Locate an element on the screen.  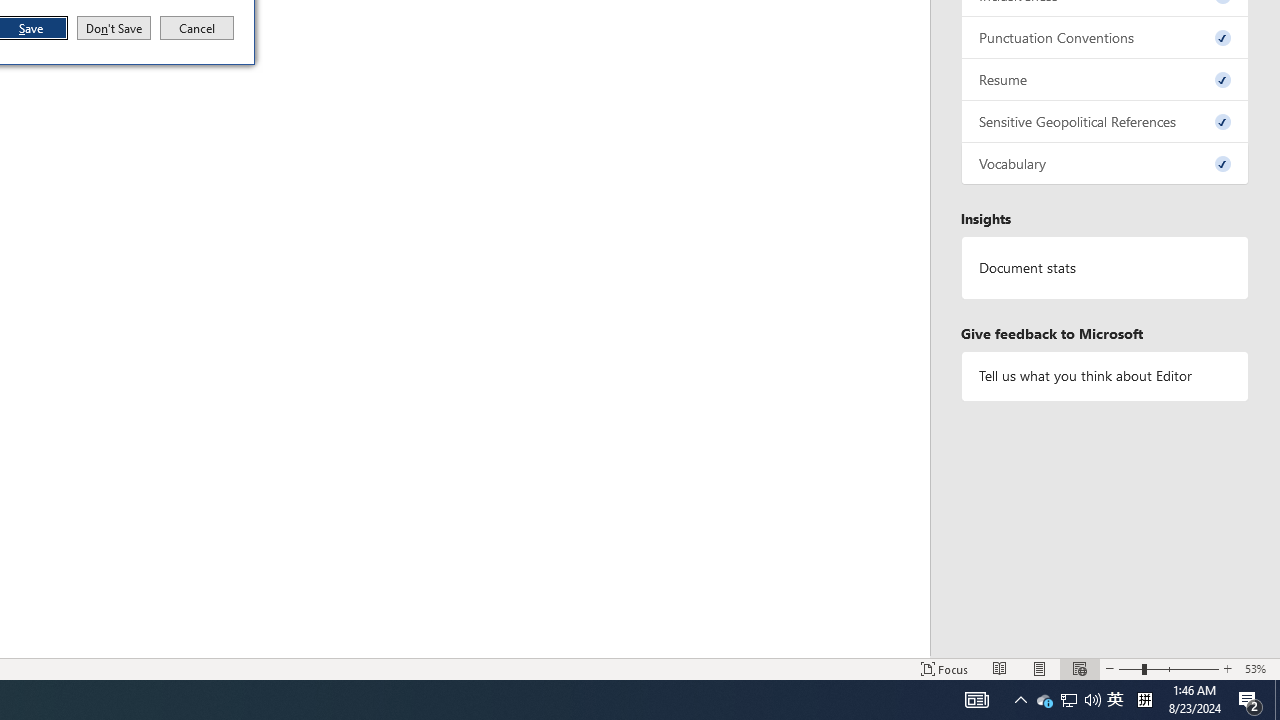
'Vocabulary, 0 issues. Press space or enter to review items.' is located at coordinates (1104, 162).